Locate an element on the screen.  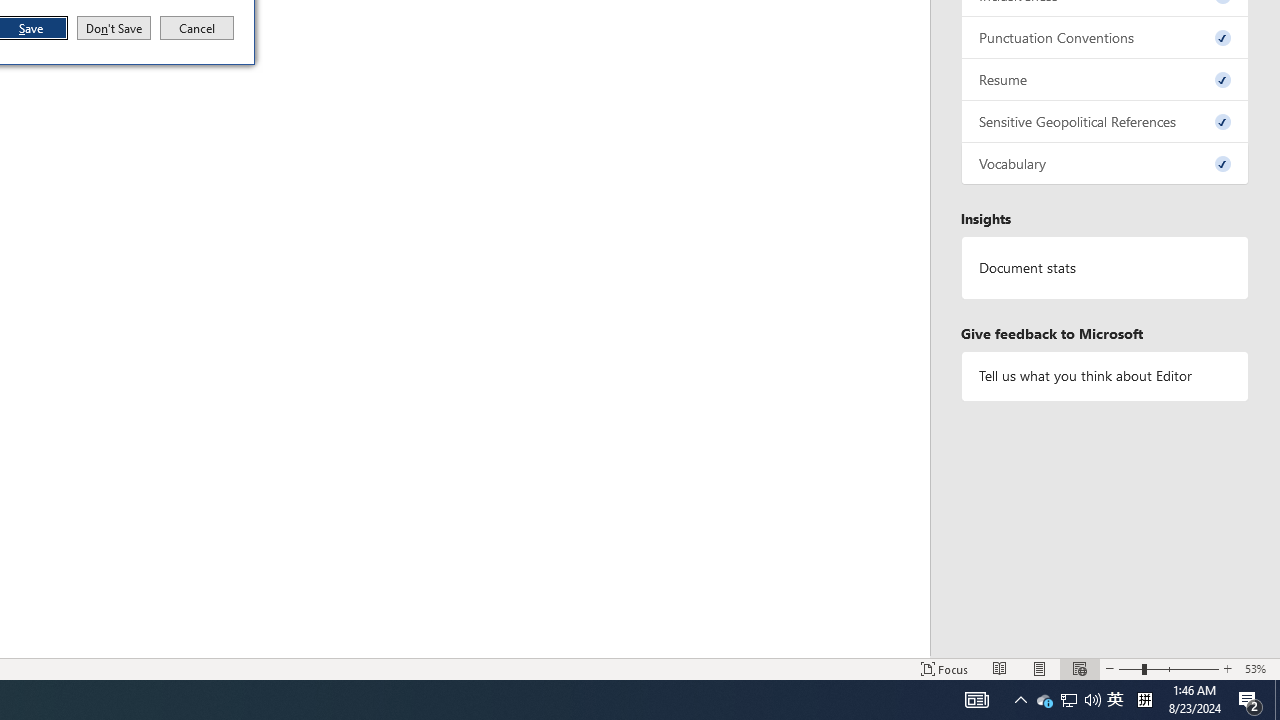
'Vocabulary, 0 issues. Press space or enter to review items.' is located at coordinates (1104, 162).